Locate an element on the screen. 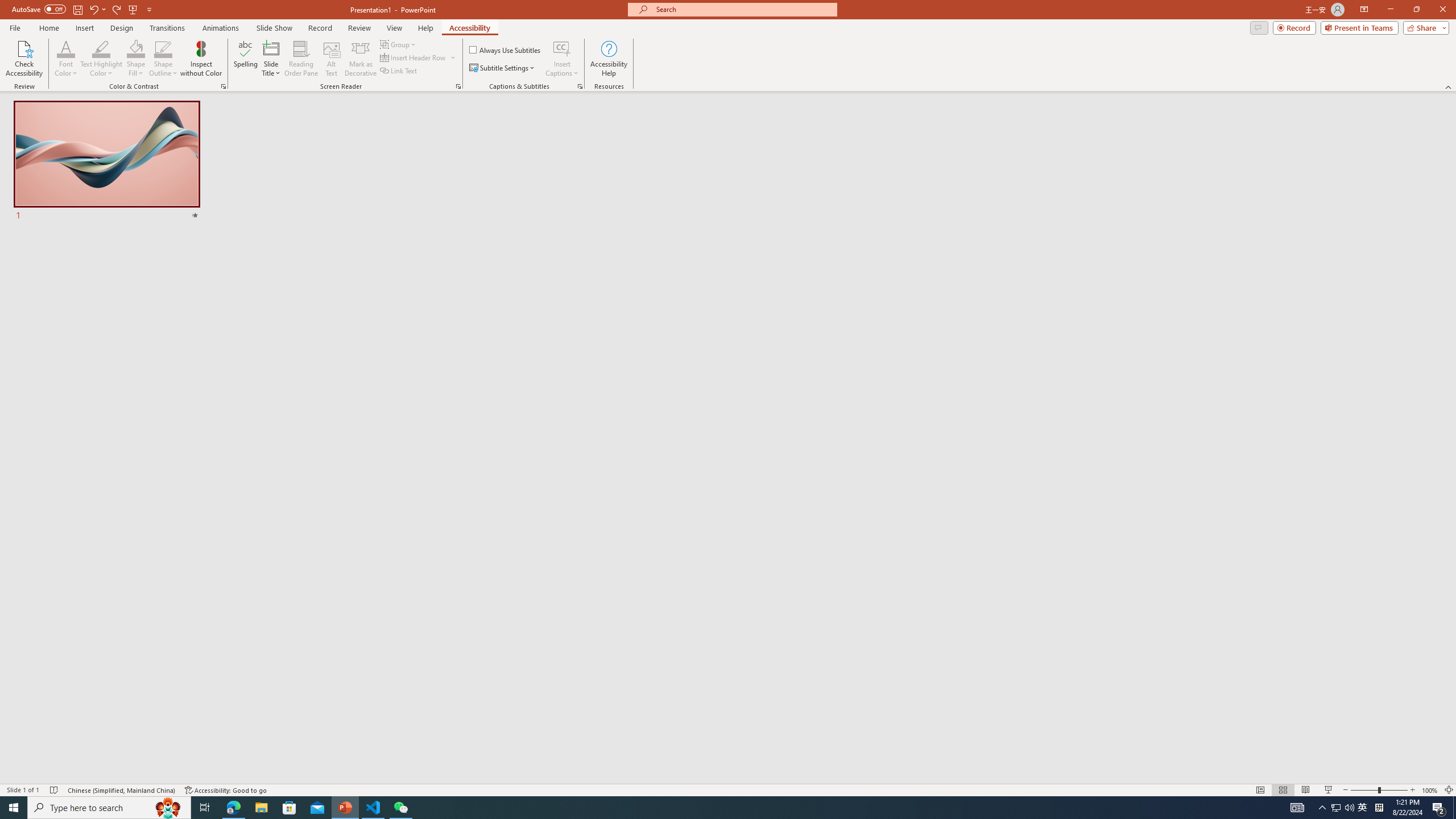 This screenshot has height=819, width=1456. 'Shape Fill Orange, Accent 2' is located at coordinates (136, 48).